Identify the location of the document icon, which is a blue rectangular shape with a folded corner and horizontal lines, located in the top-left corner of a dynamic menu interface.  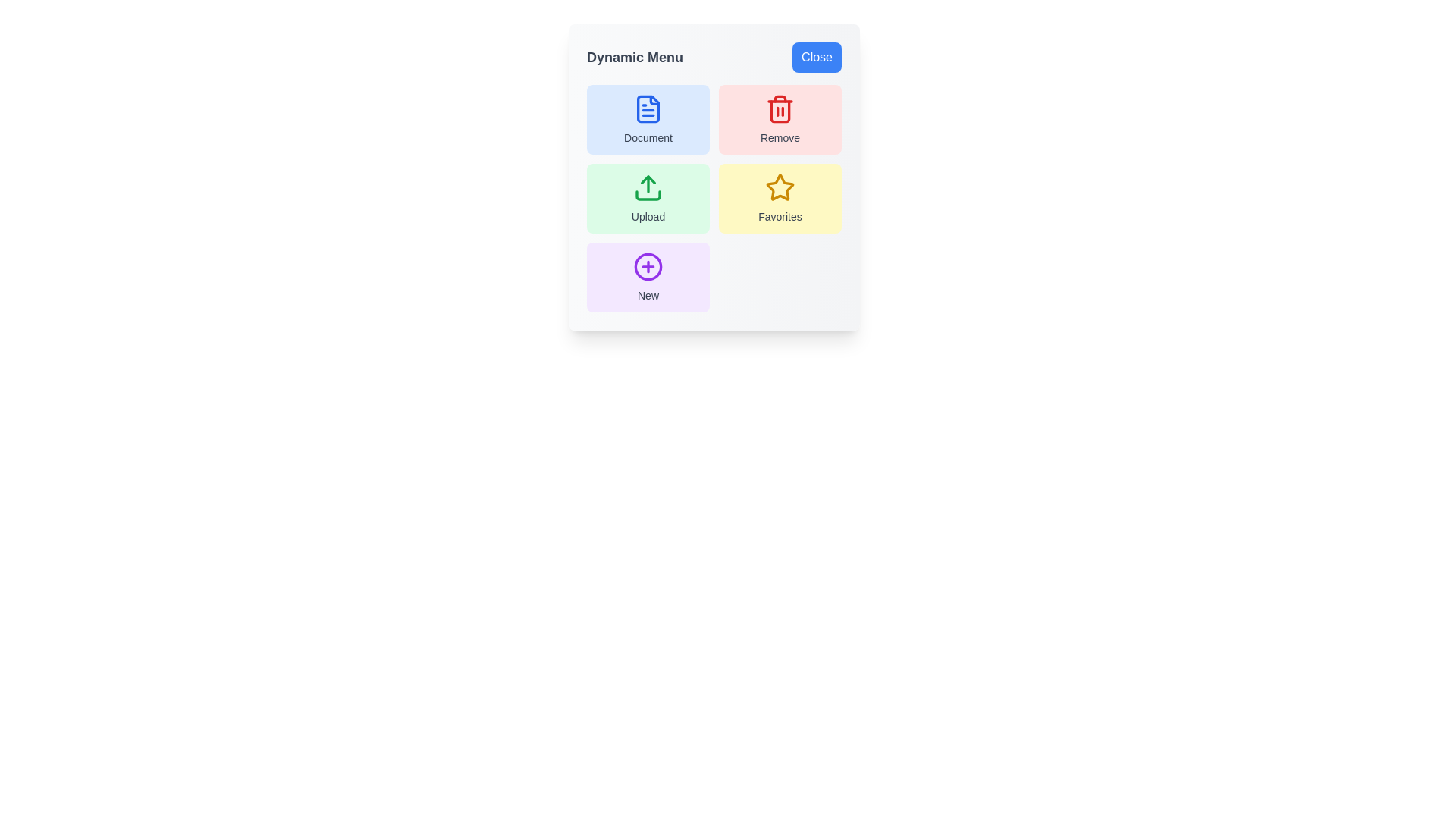
(648, 108).